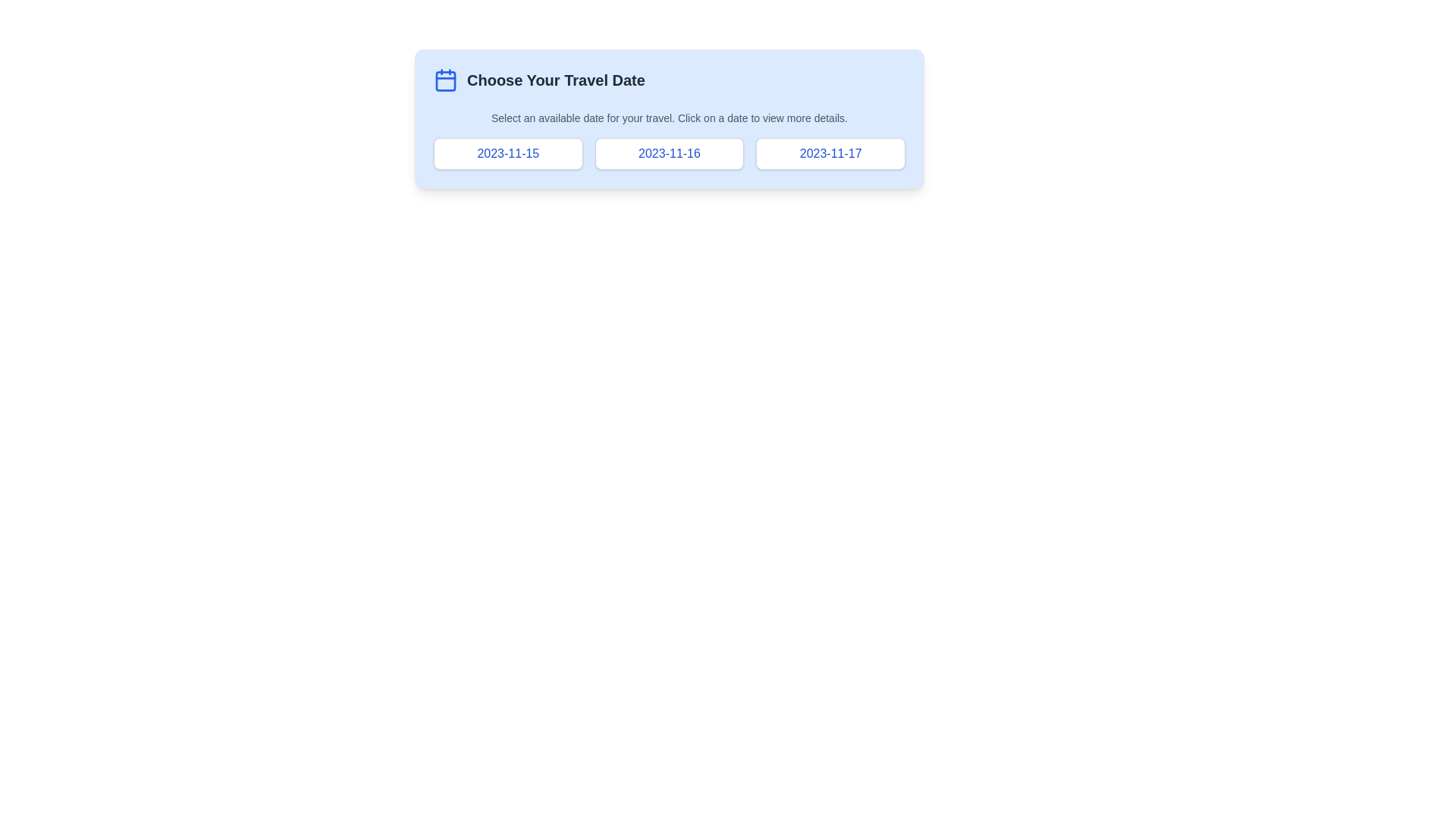 This screenshot has width=1456, height=819. I want to click on the selectable date option button for '2023-11-16' in the date picker interface, so click(669, 154).